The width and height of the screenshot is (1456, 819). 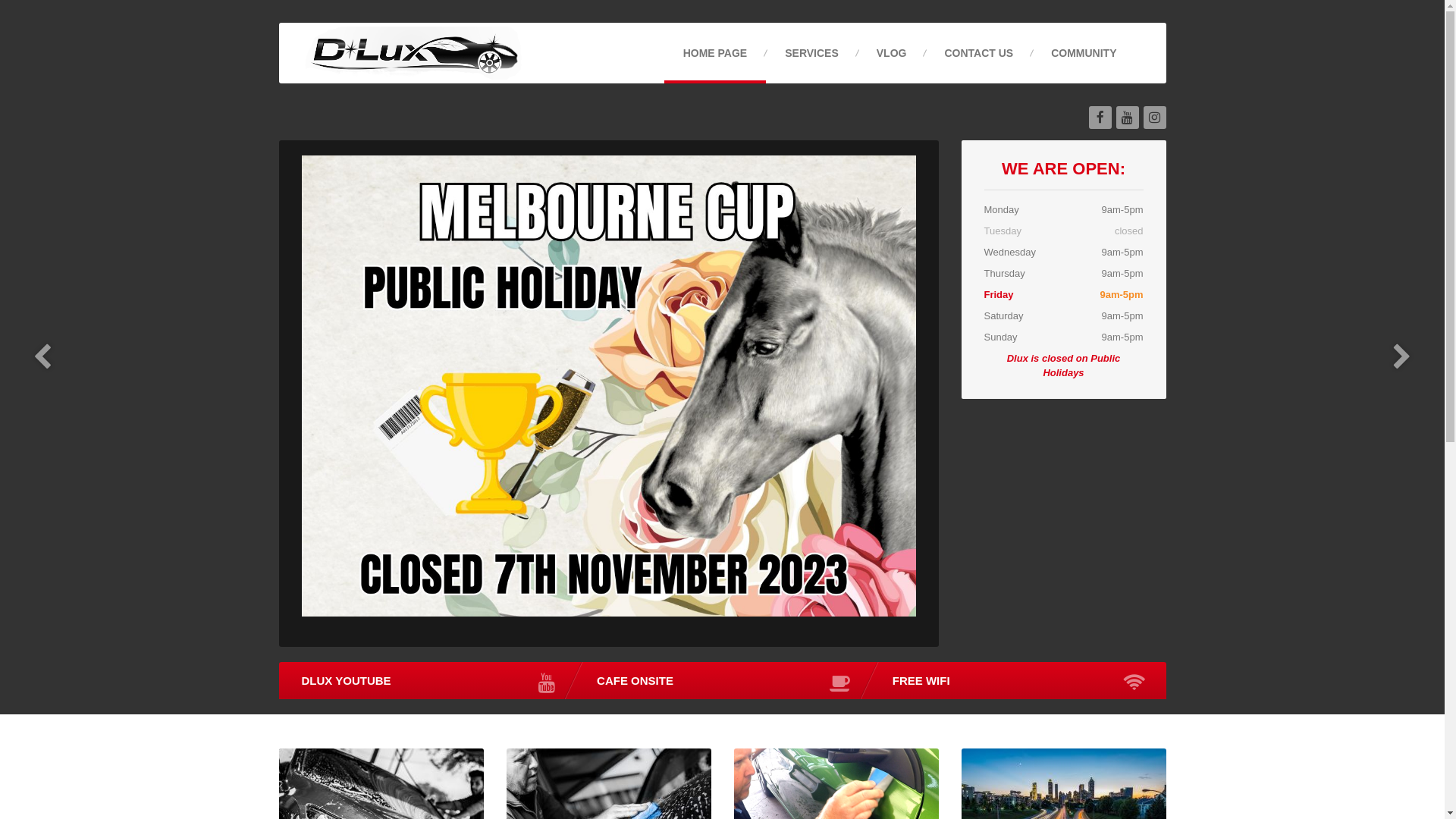 What do you see at coordinates (858, 52) in the screenshot?
I see `'VLOG'` at bounding box center [858, 52].